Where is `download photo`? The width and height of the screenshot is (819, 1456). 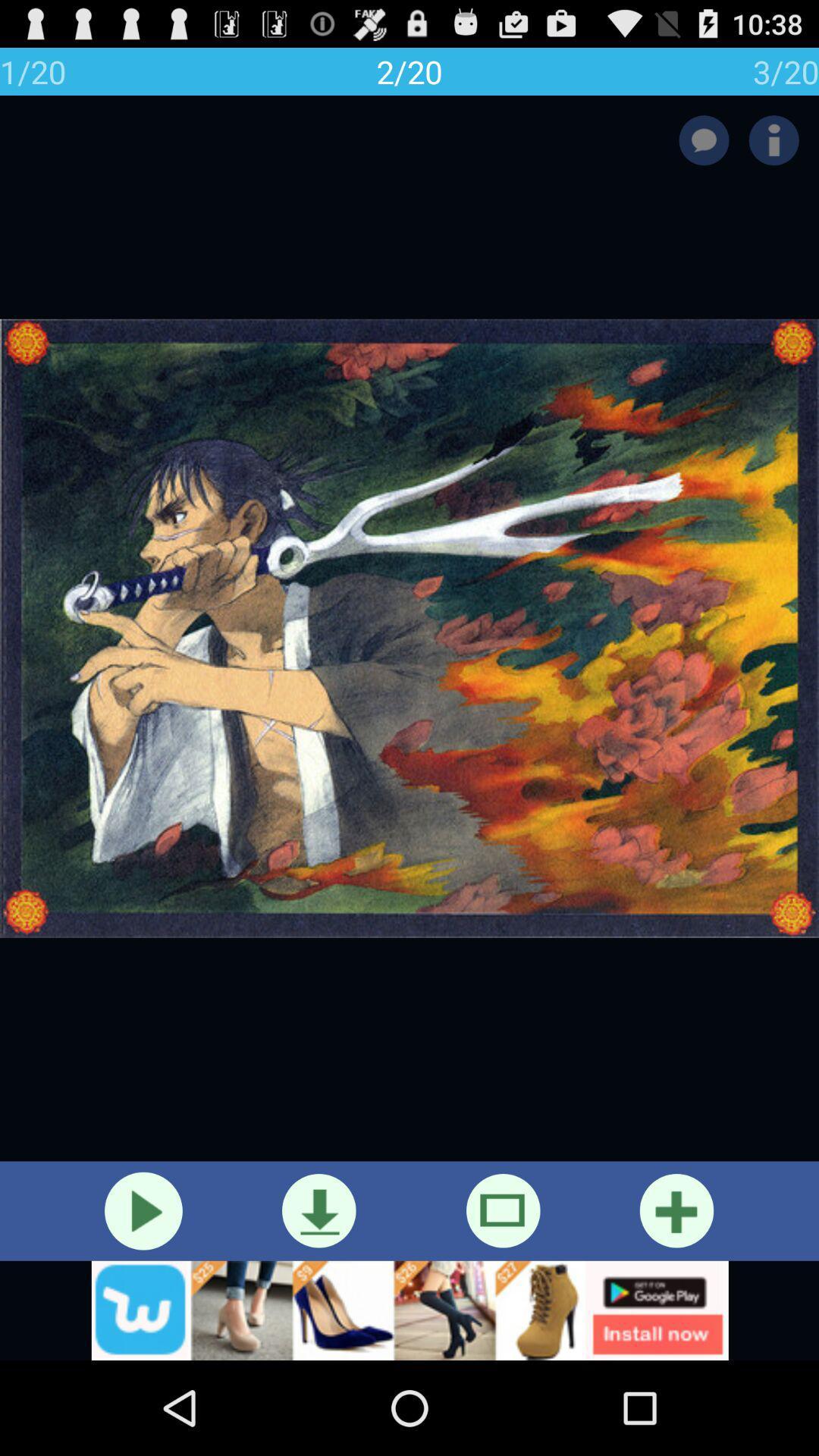
download photo is located at coordinates (318, 1210).